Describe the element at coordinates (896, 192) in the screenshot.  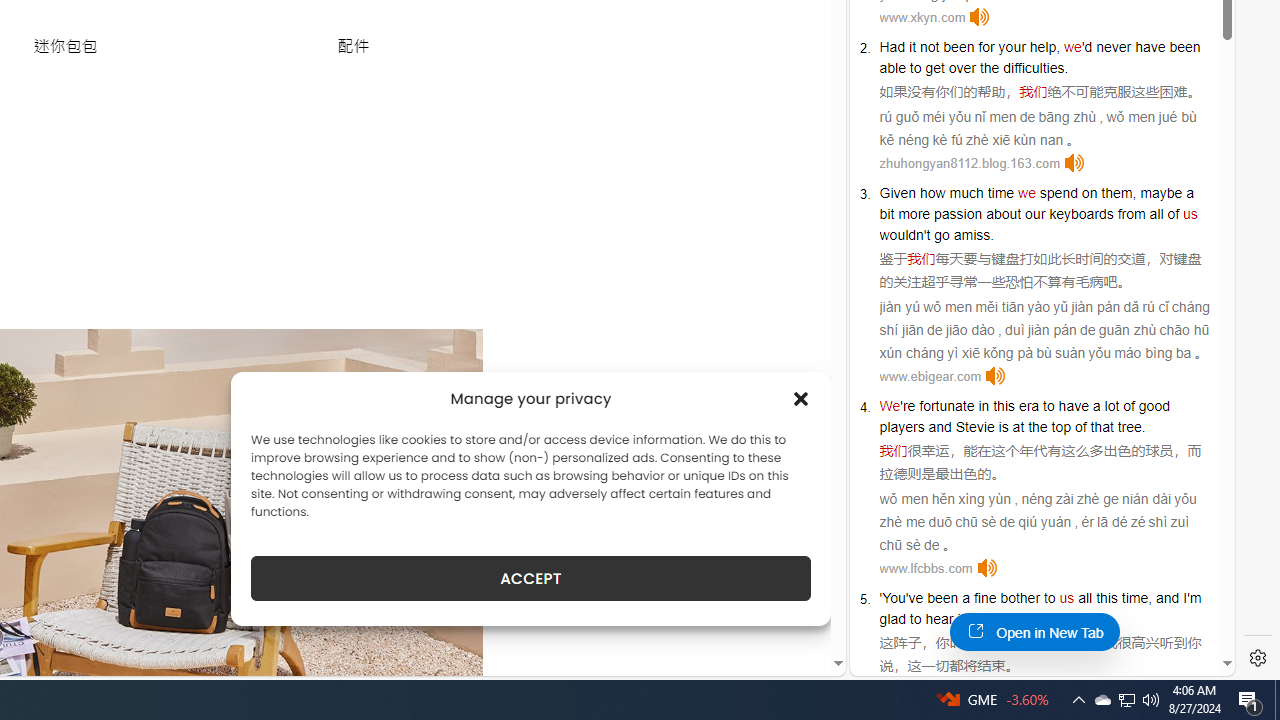
I see `'Given'` at that location.